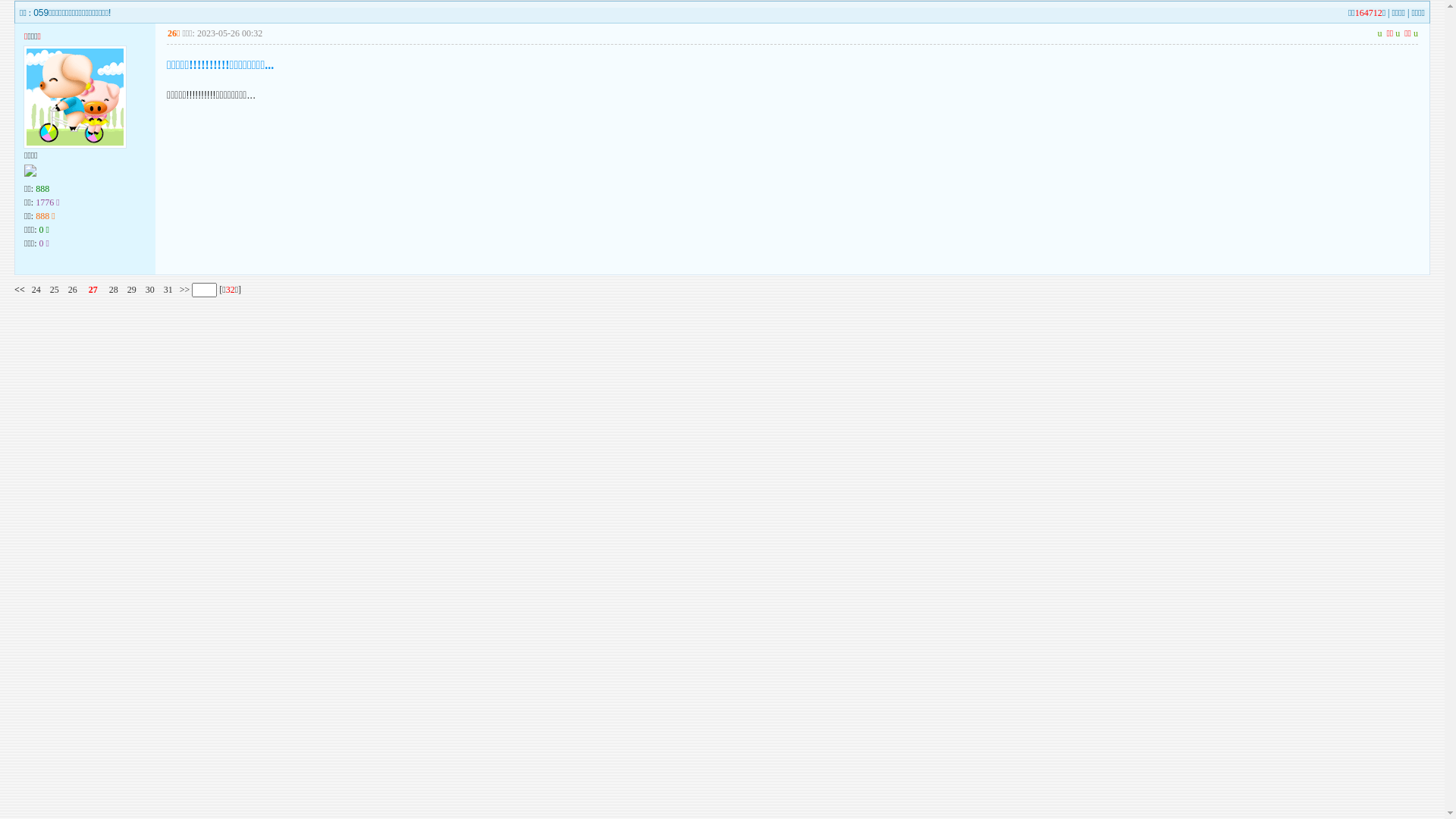 Image resolution: width=1456 pixels, height=819 pixels. I want to click on '28', so click(112, 289).